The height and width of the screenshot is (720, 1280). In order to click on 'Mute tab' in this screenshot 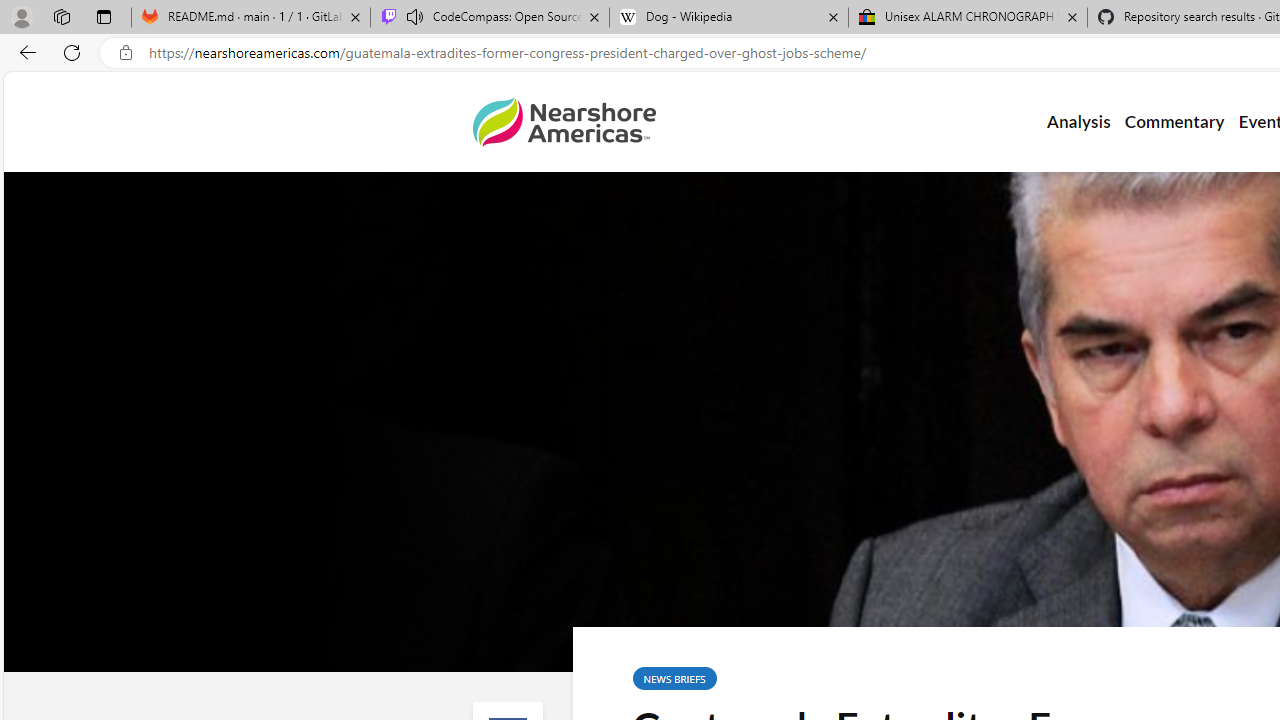, I will do `click(413, 16)`.